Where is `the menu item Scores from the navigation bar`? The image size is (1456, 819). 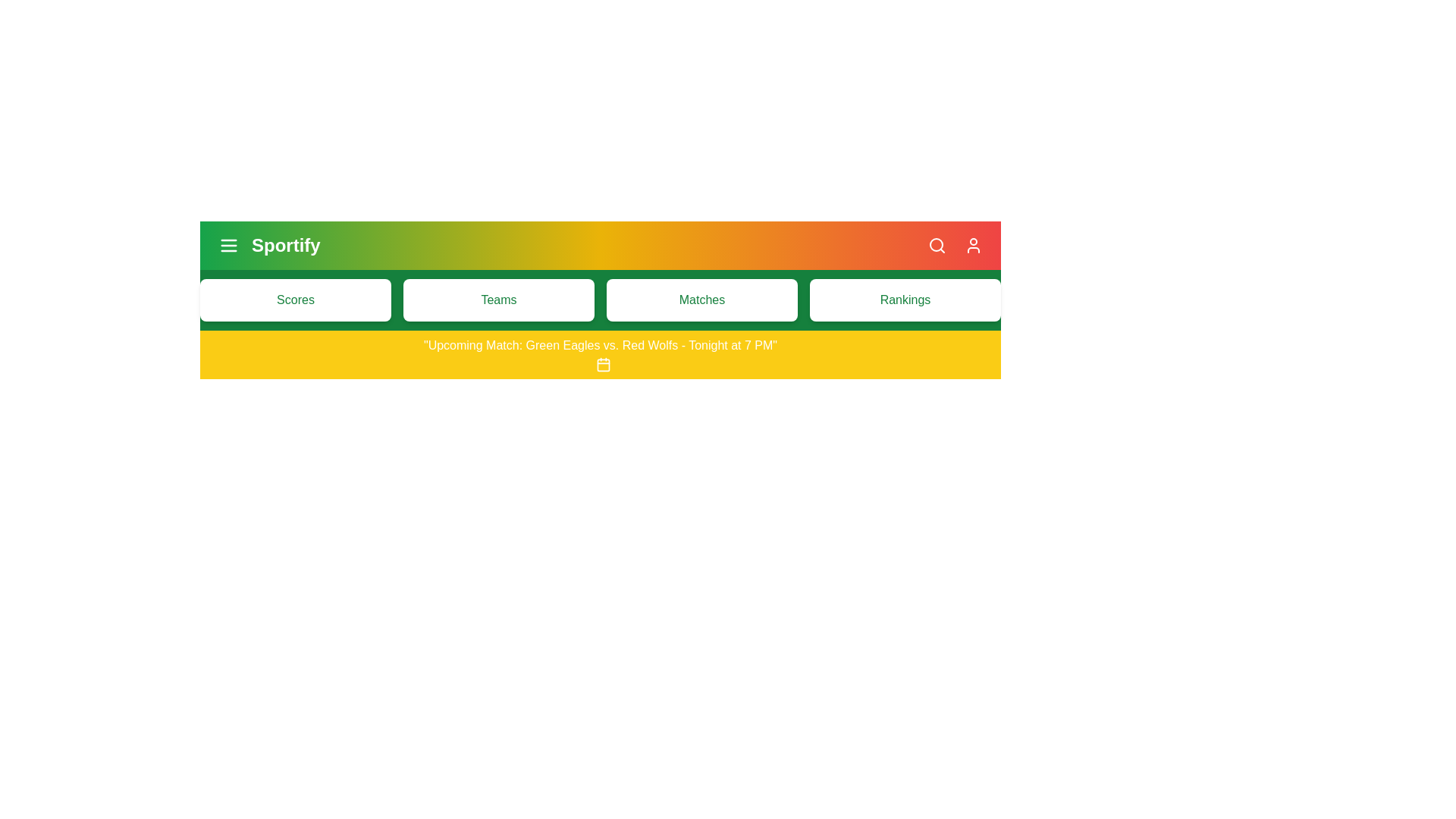 the menu item Scores from the navigation bar is located at coordinates (295, 300).